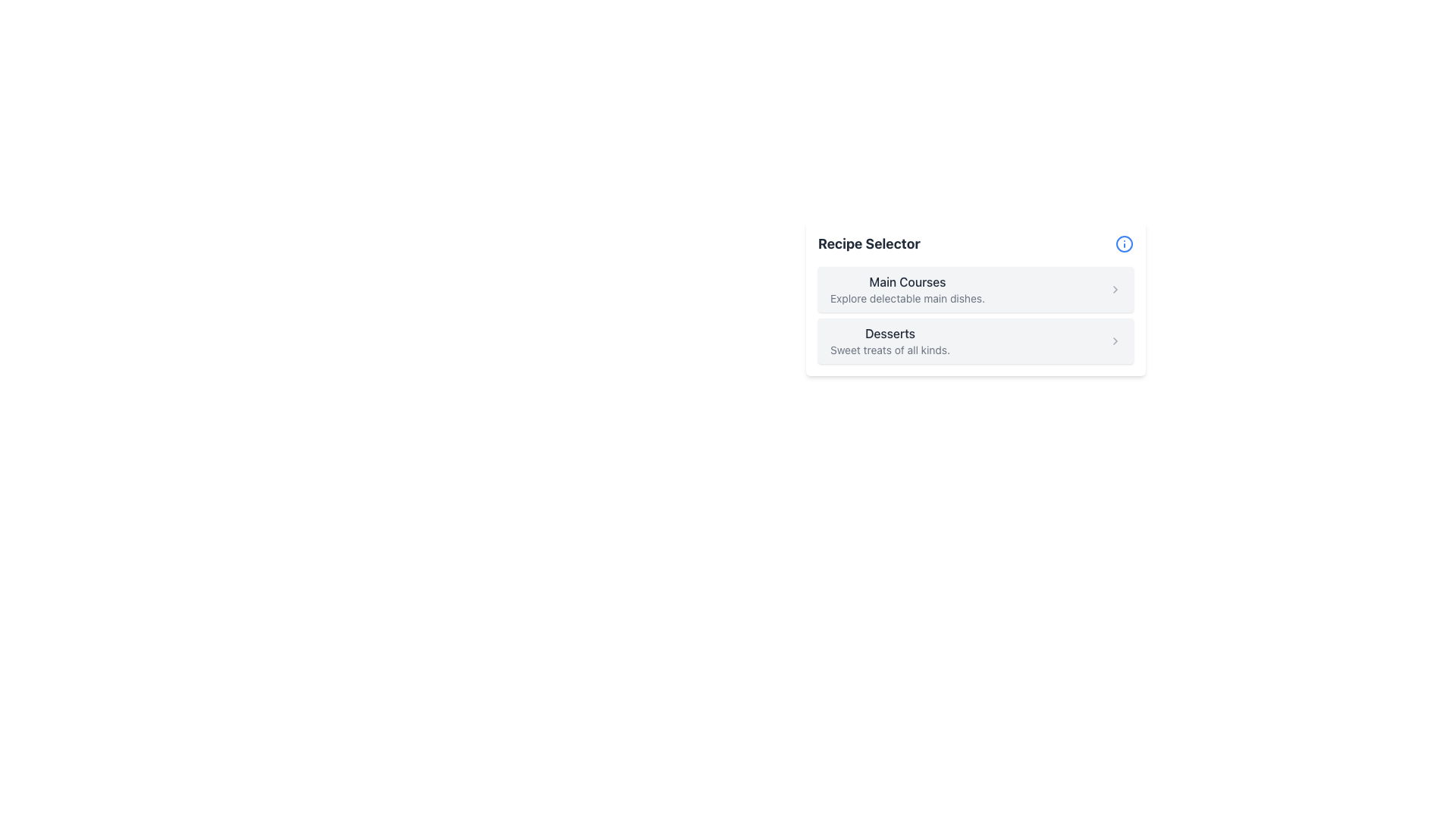 This screenshot has width=1456, height=819. What do you see at coordinates (975, 289) in the screenshot?
I see `the top navigation item labeled 'Main Courses'` at bounding box center [975, 289].